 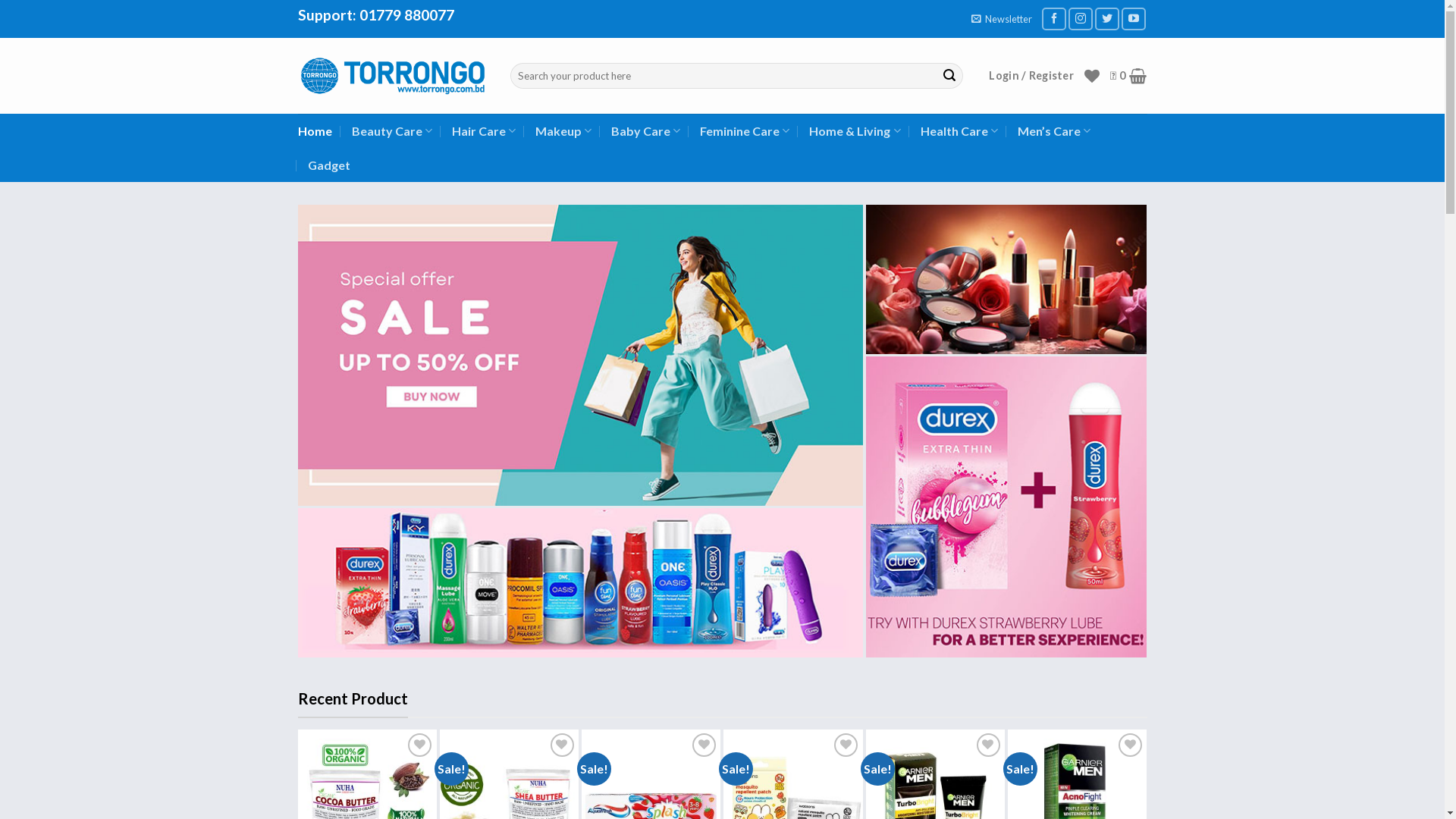 What do you see at coordinates (1053, 18) in the screenshot?
I see `'Follow on Facebook'` at bounding box center [1053, 18].